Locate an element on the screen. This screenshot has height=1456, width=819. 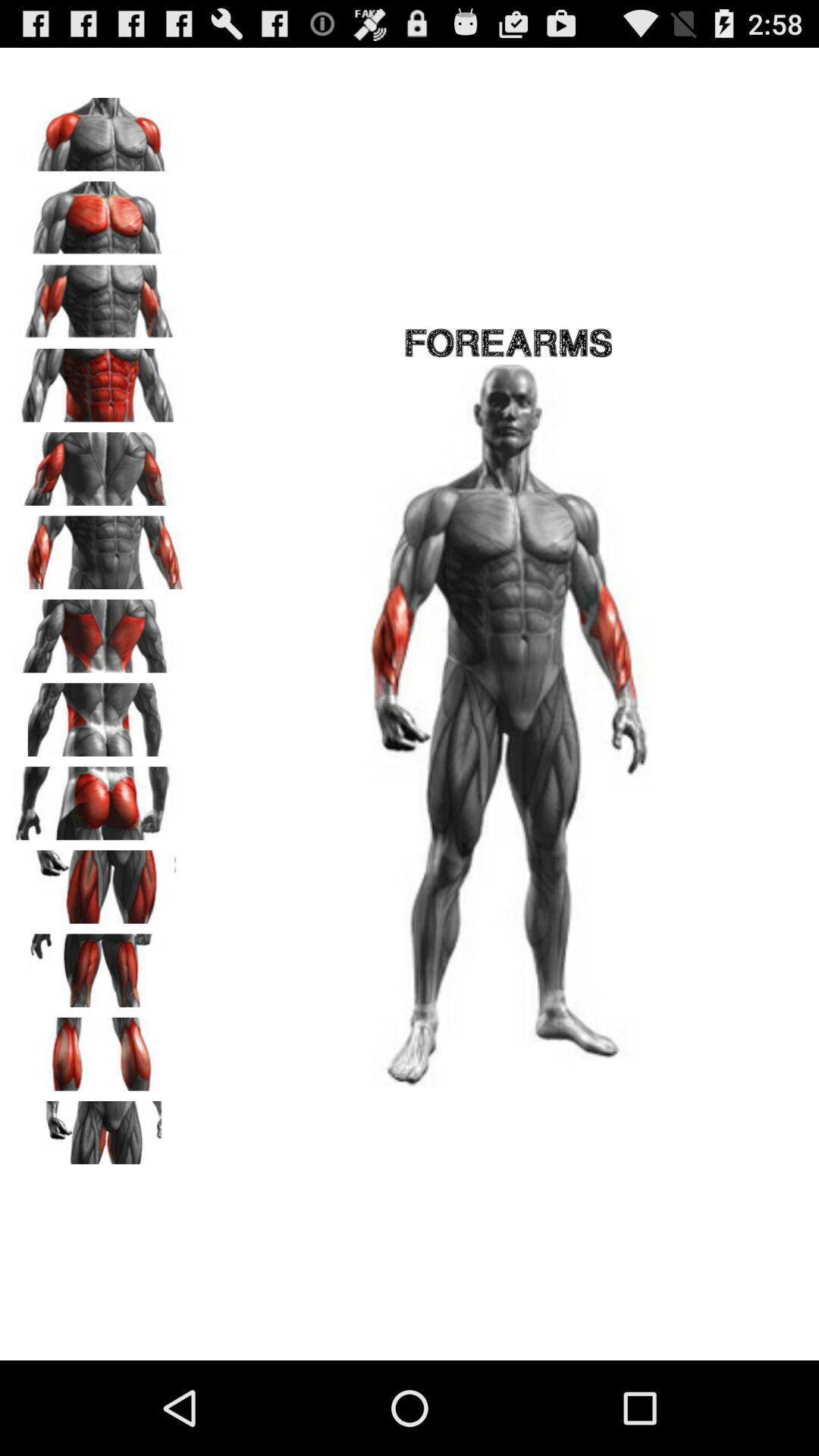
muscle region is located at coordinates (99, 1132).